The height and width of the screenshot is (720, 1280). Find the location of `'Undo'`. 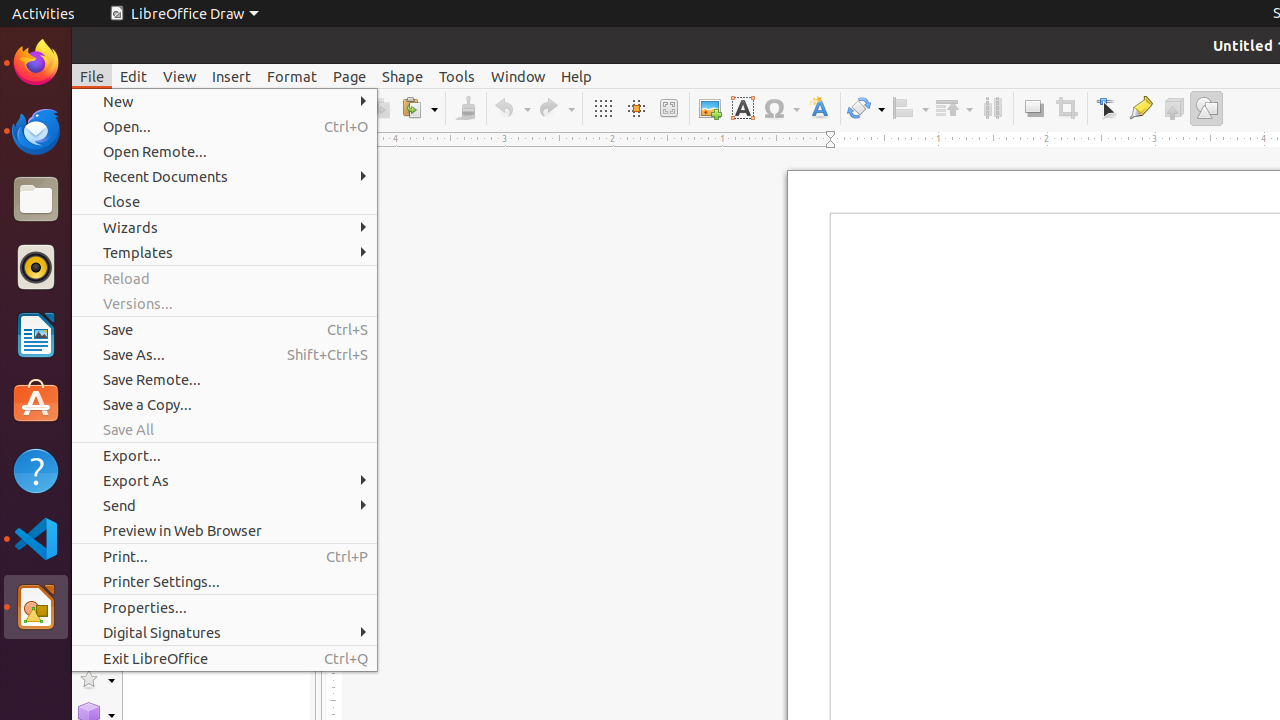

'Undo' is located at coordinates (512, 108).